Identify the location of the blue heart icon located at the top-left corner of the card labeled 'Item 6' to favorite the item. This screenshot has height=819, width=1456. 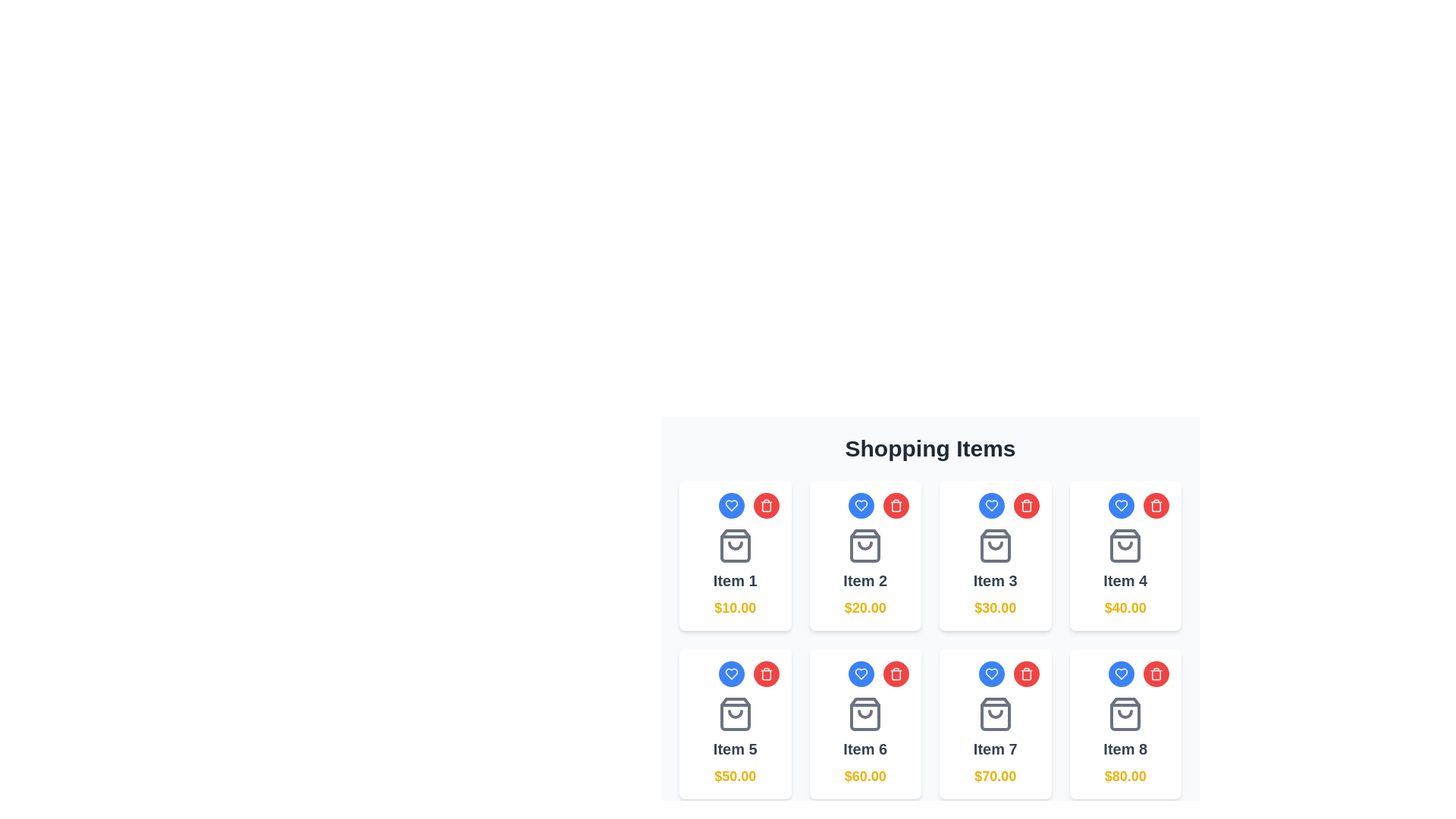
(861, 673).